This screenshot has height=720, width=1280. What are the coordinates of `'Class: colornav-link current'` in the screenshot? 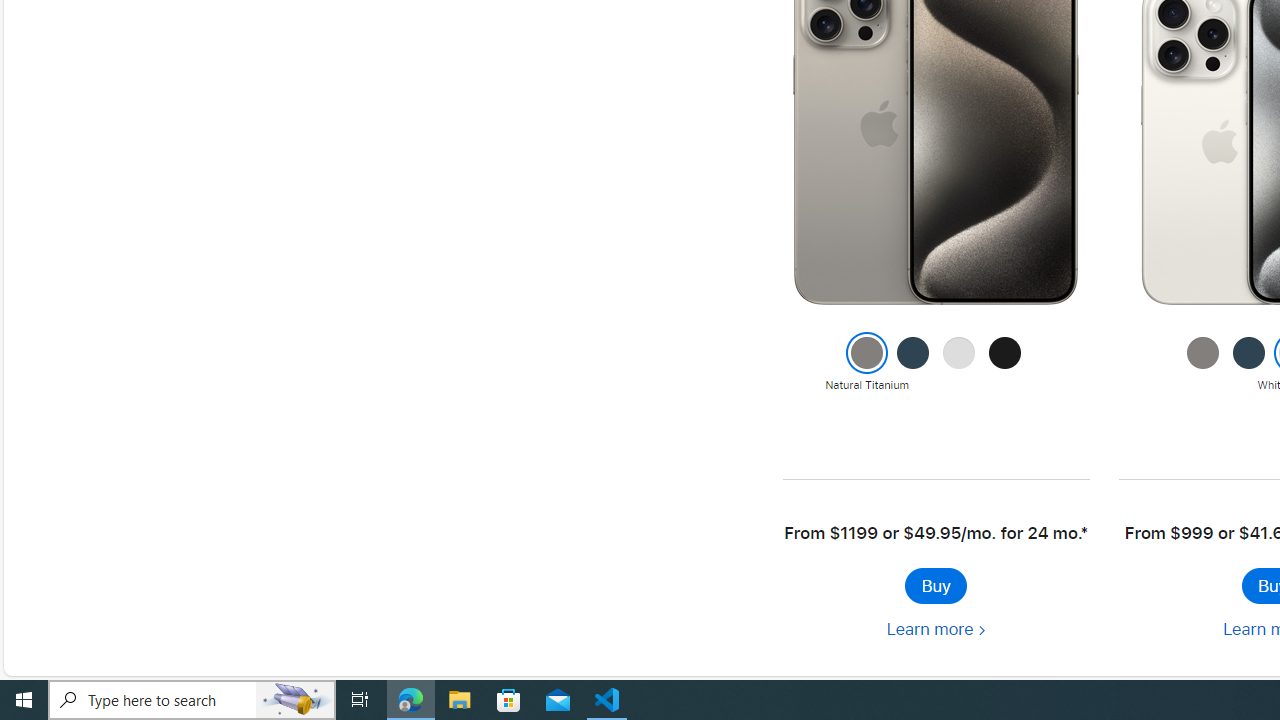 It's located at (867, 352).